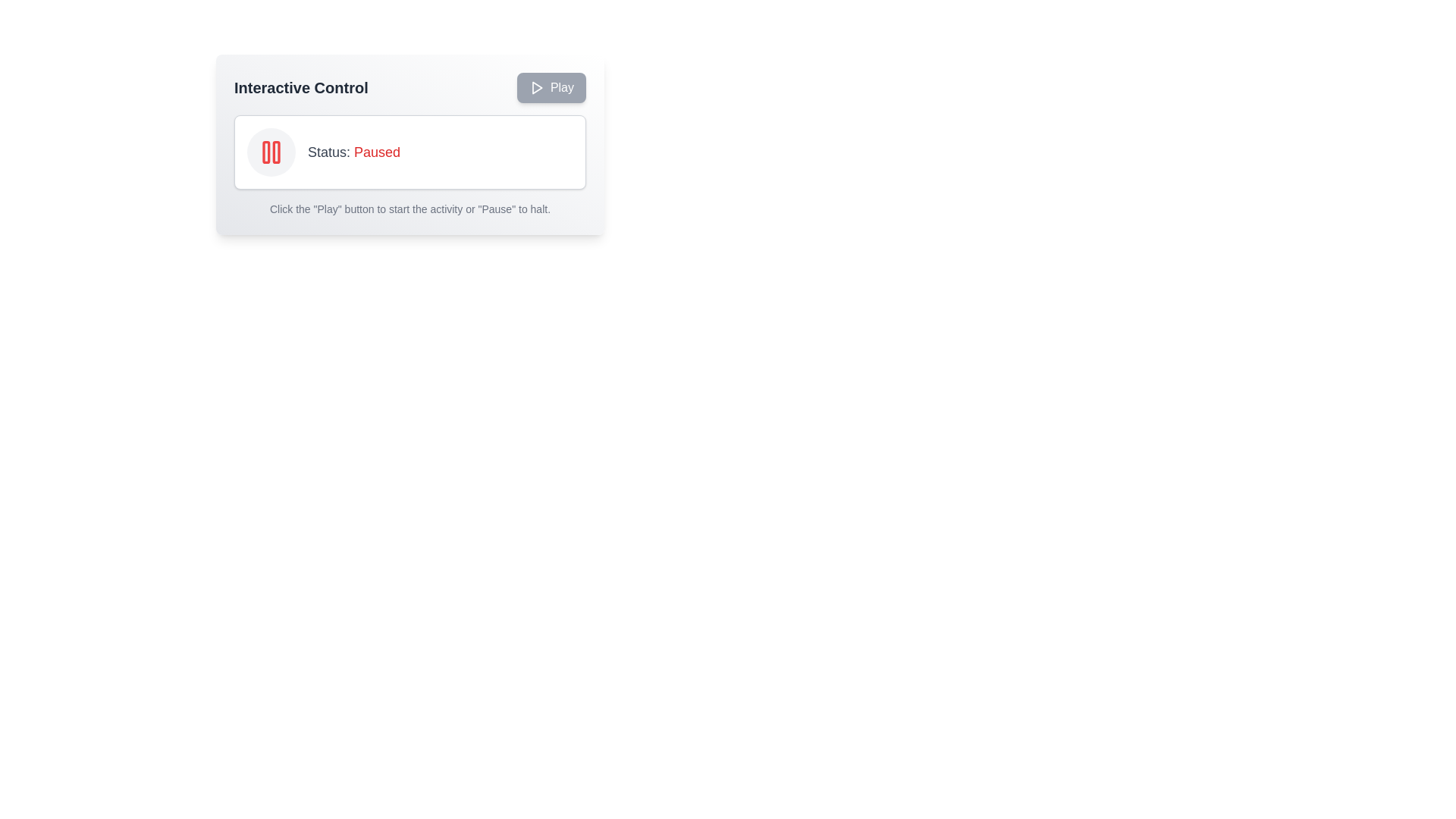 Image resolution: width=1456 pixels, height=819 pixels. What do you see at coordinates (377, 152) in the screenshot?
I see `the static text element that displays the current system status as 'Paused', located to the right of the label 'Status:'` at bounding box center [377, 152].